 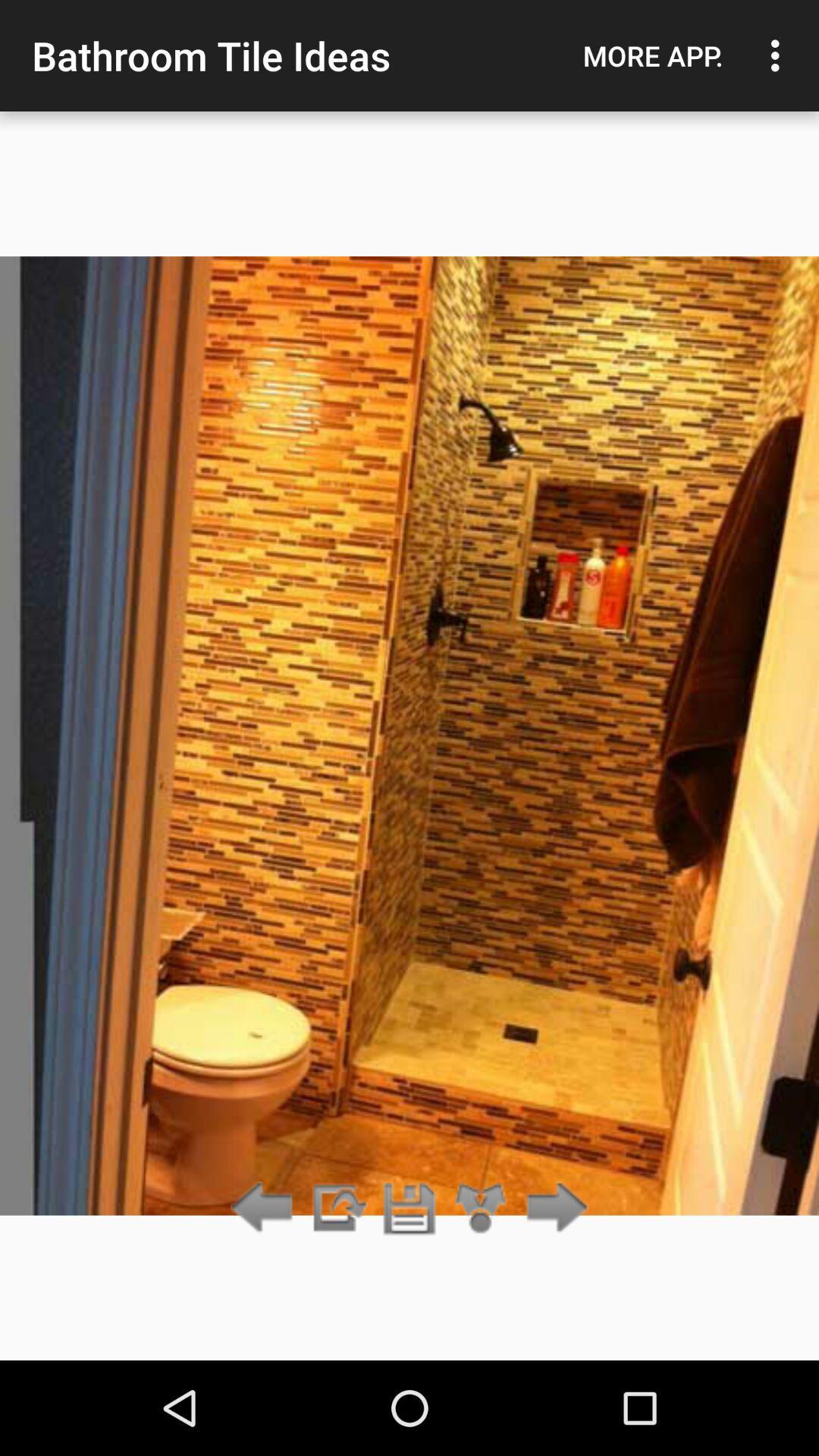 I want to click on move to next image, so click(x=553, y=1208).